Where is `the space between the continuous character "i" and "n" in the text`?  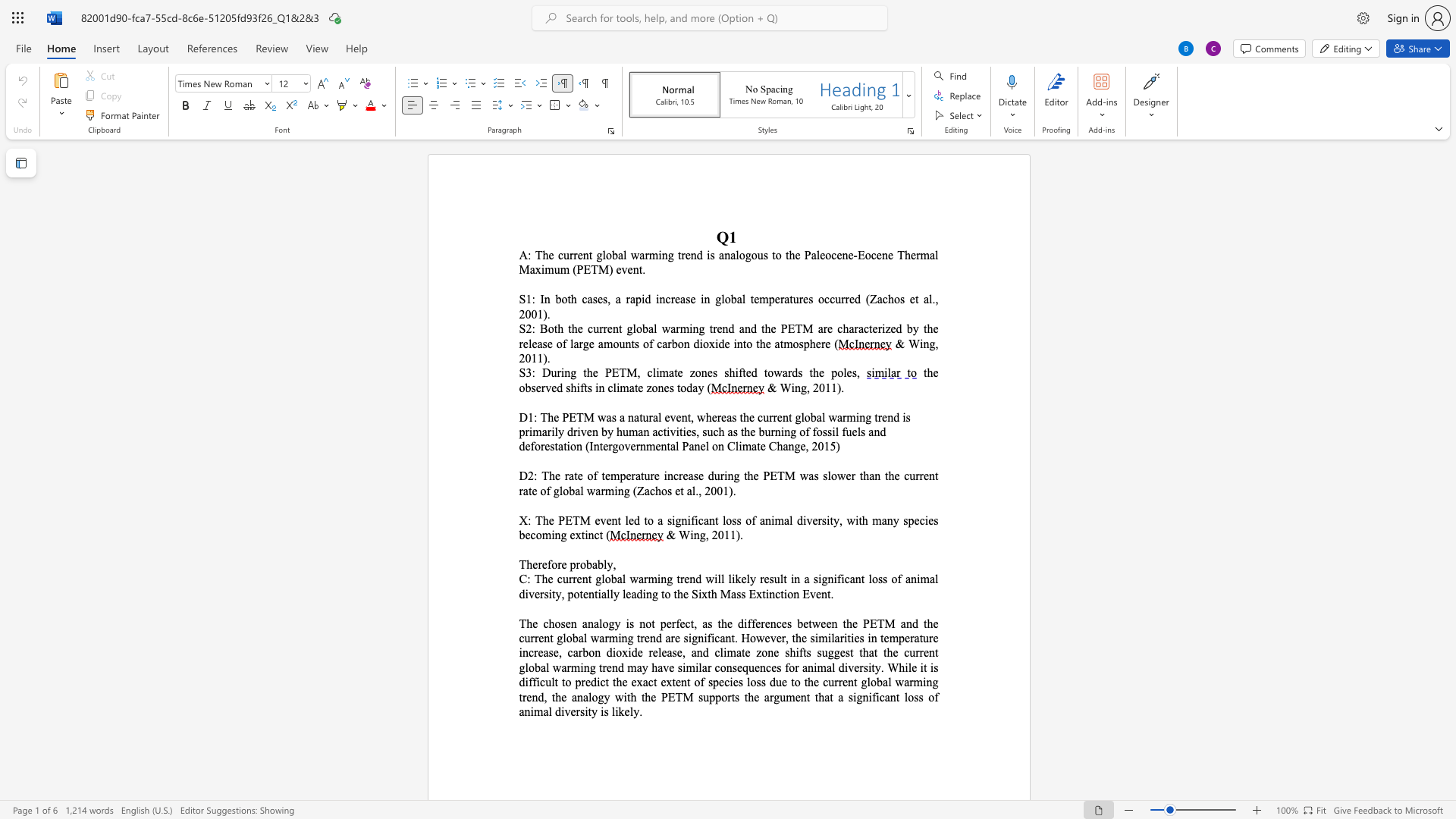
the space between the continuous character "i" and "n" in the text is located at coordinates (693, 534).